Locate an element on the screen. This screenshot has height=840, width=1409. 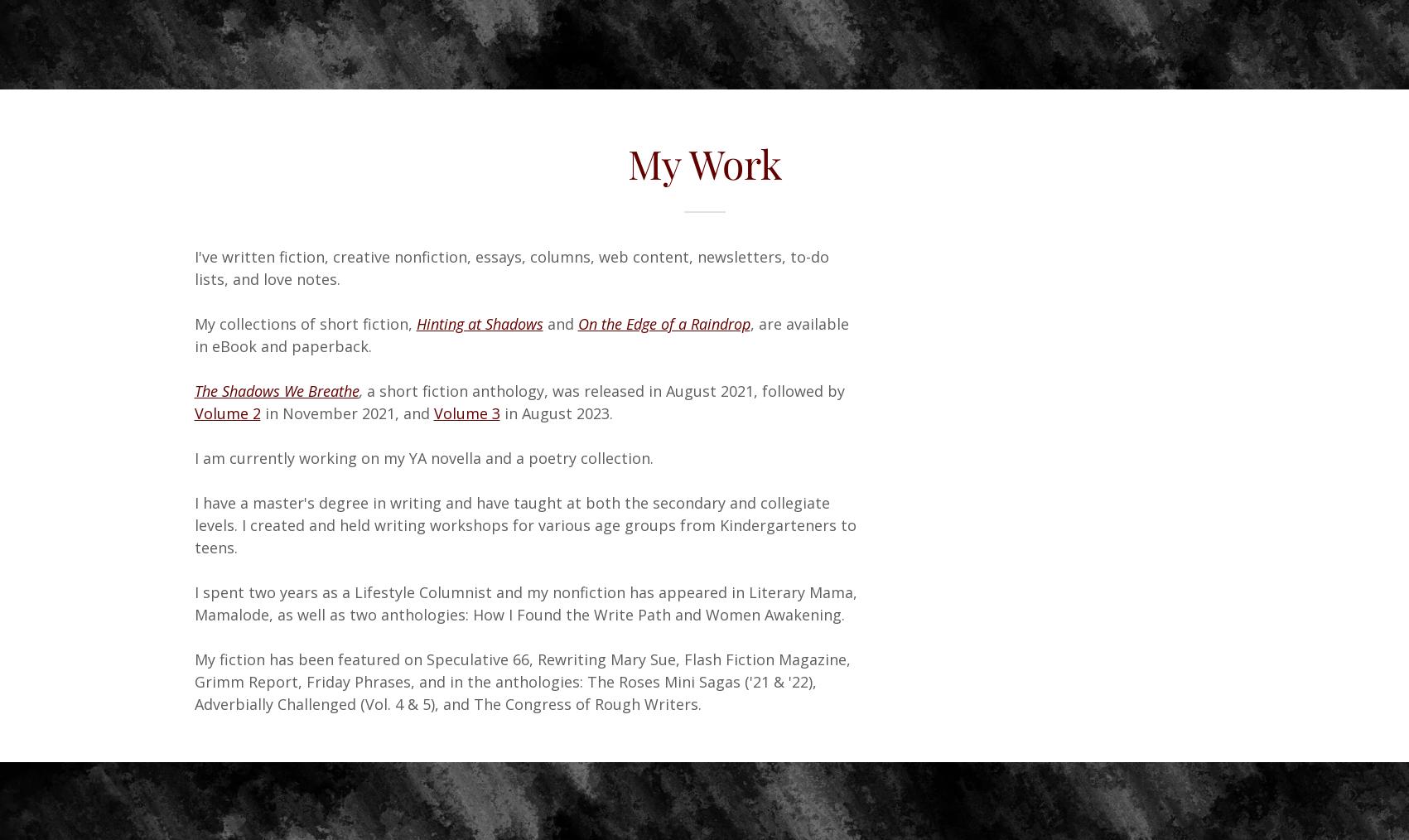
'I am currently working on my YA novella and a poetry collection.' is located at coordinates (425, 456).